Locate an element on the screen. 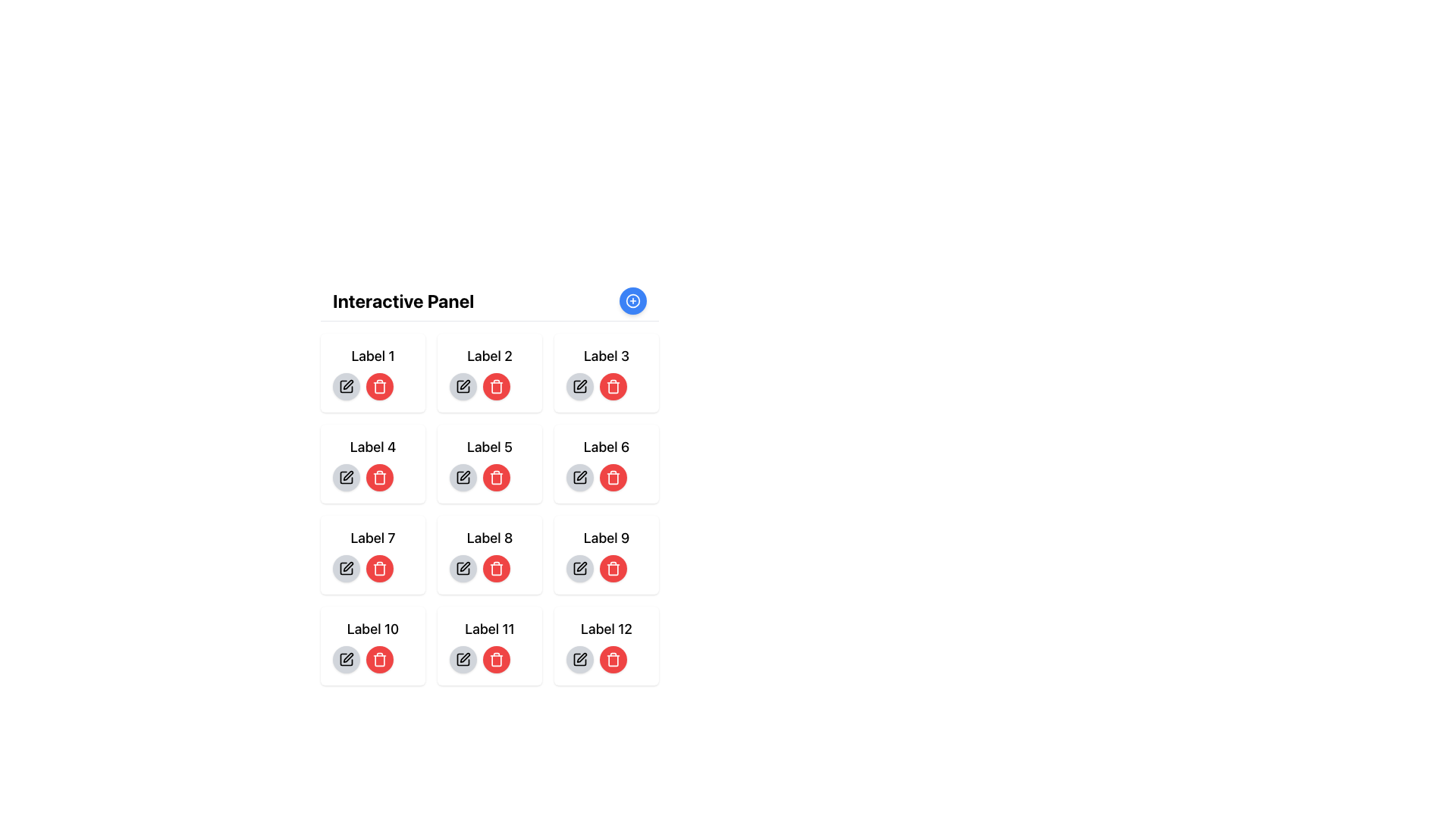  the deletion button located in the third row, first column of the grid in the 'Interactive Panel' is located at coordinates (379, 568).